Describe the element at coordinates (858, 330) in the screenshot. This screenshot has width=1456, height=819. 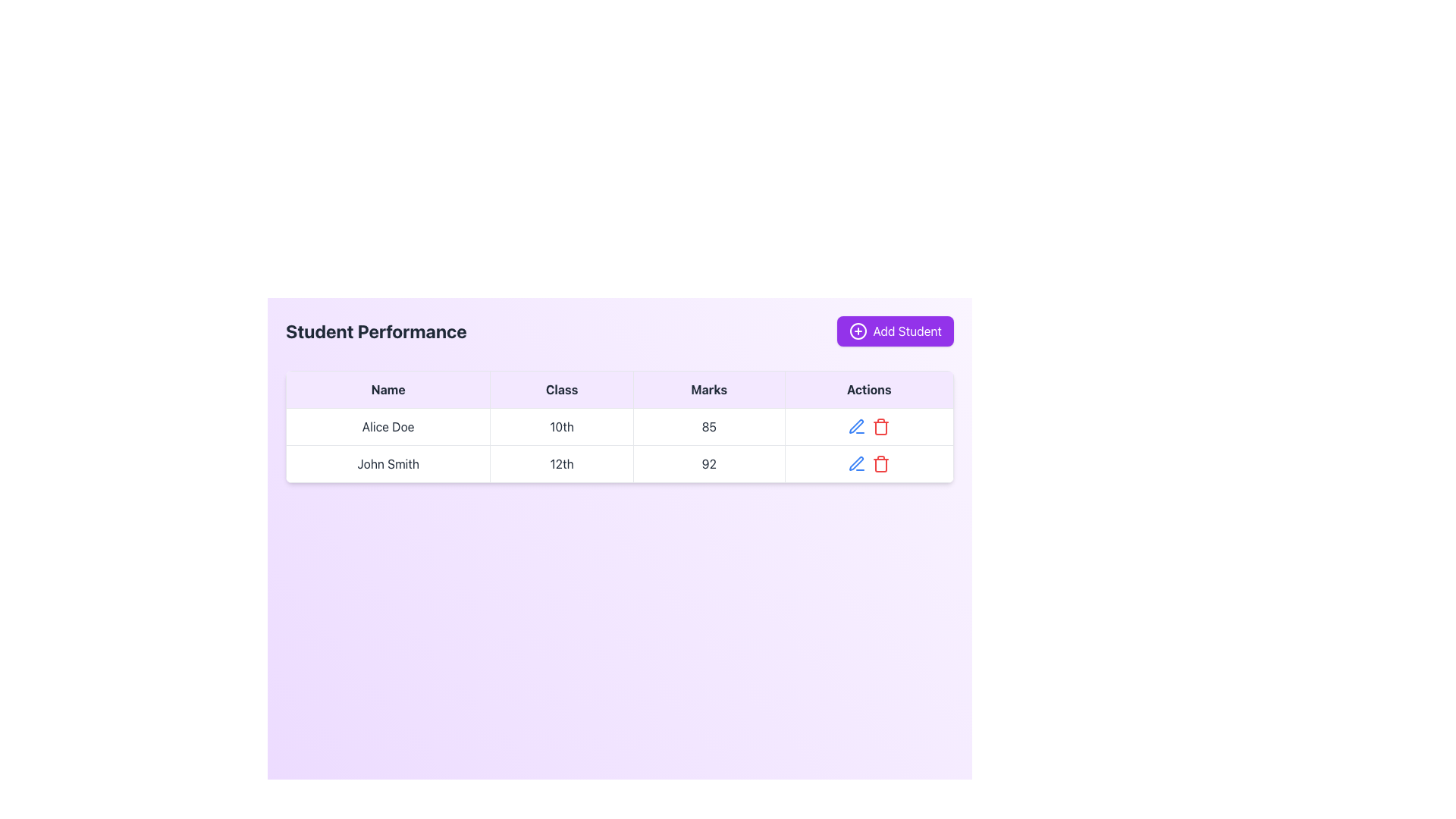
I see `the circular part of the circle-plus icon inside the 'Add Student' button located in the top-right corner of the interface` at that location.